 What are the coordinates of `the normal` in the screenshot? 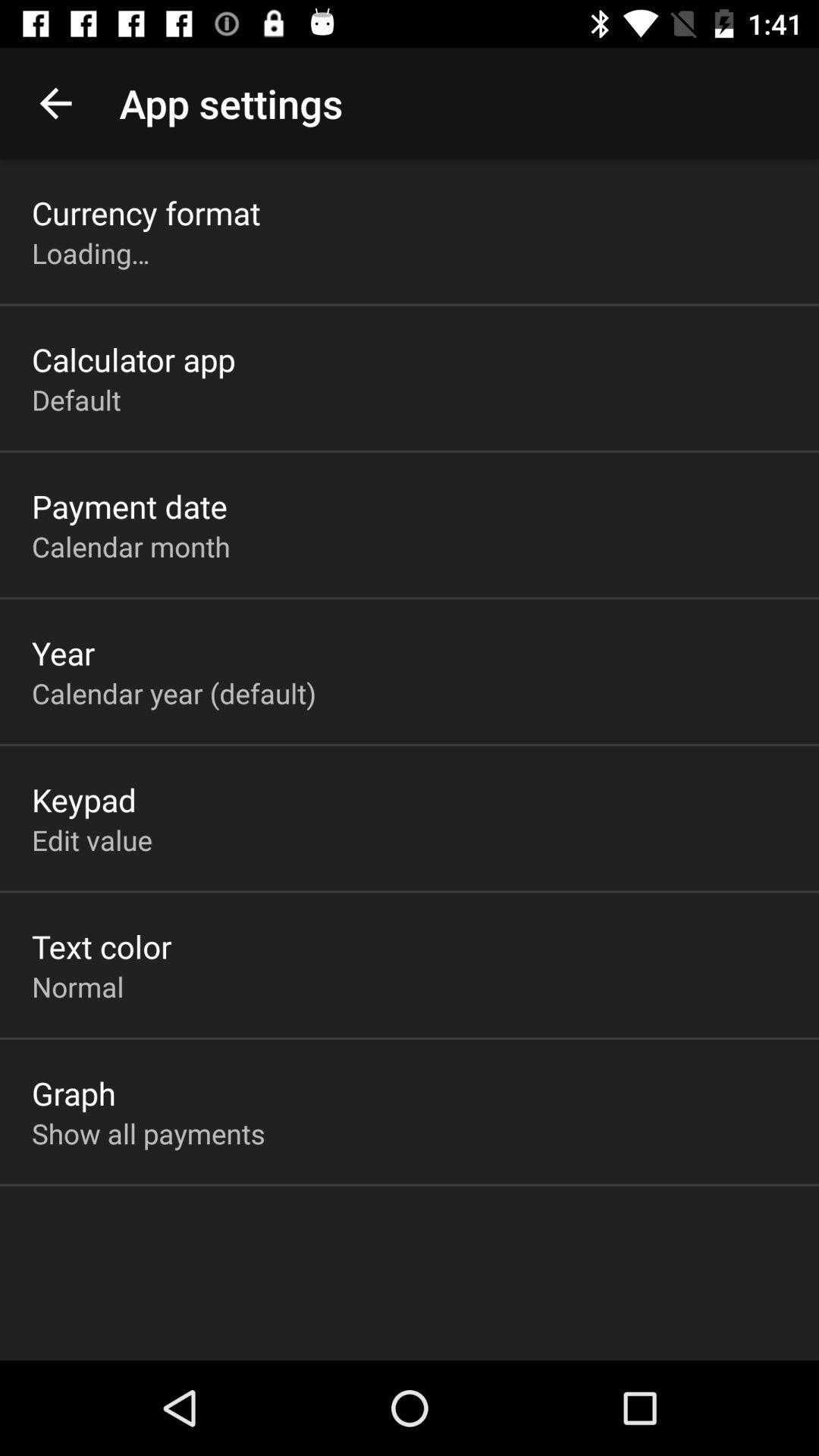 It's located at (77, 987).